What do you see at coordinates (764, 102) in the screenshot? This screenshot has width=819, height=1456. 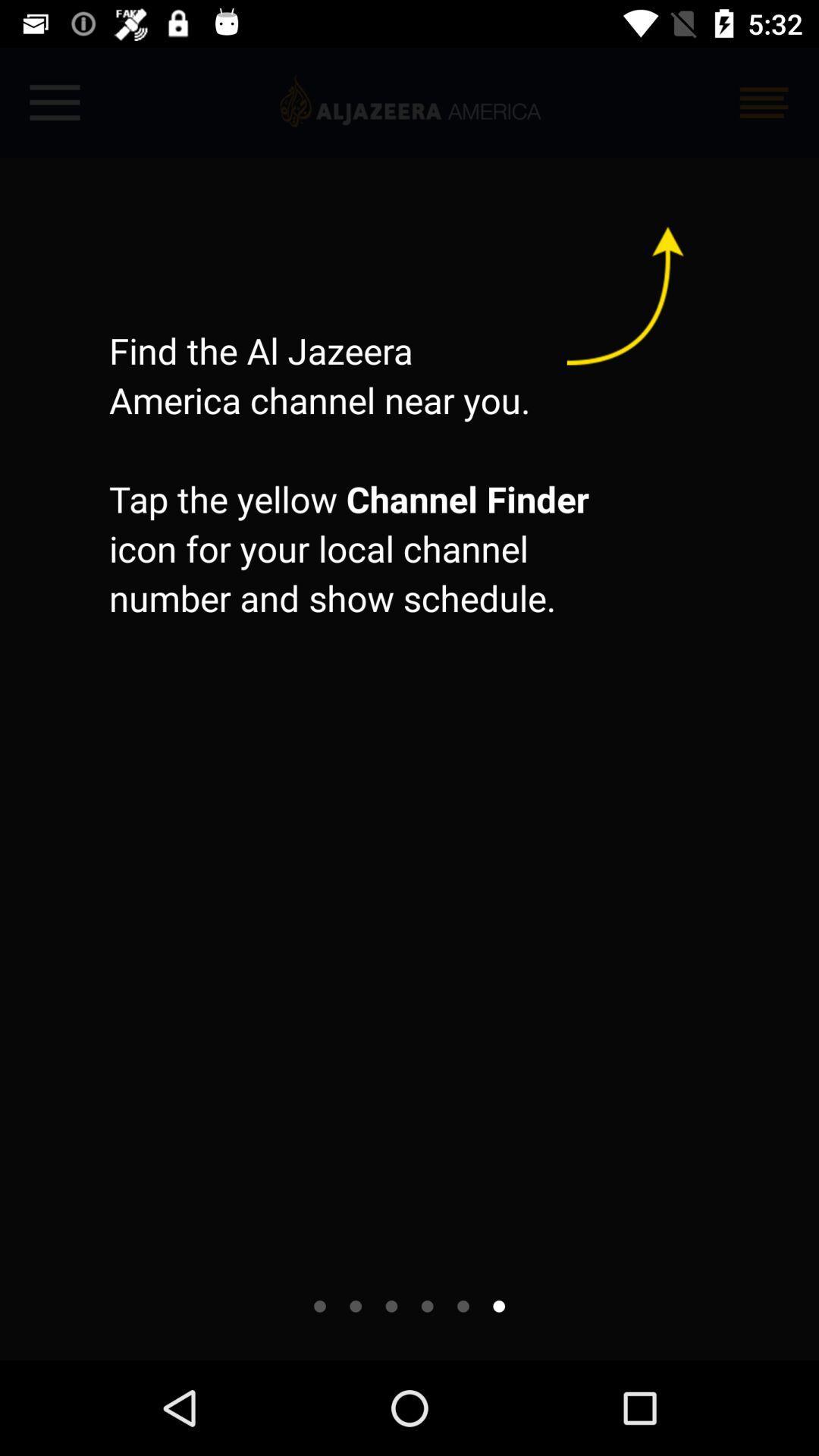 I see `the menu icon` at bounding box center [764, 102].